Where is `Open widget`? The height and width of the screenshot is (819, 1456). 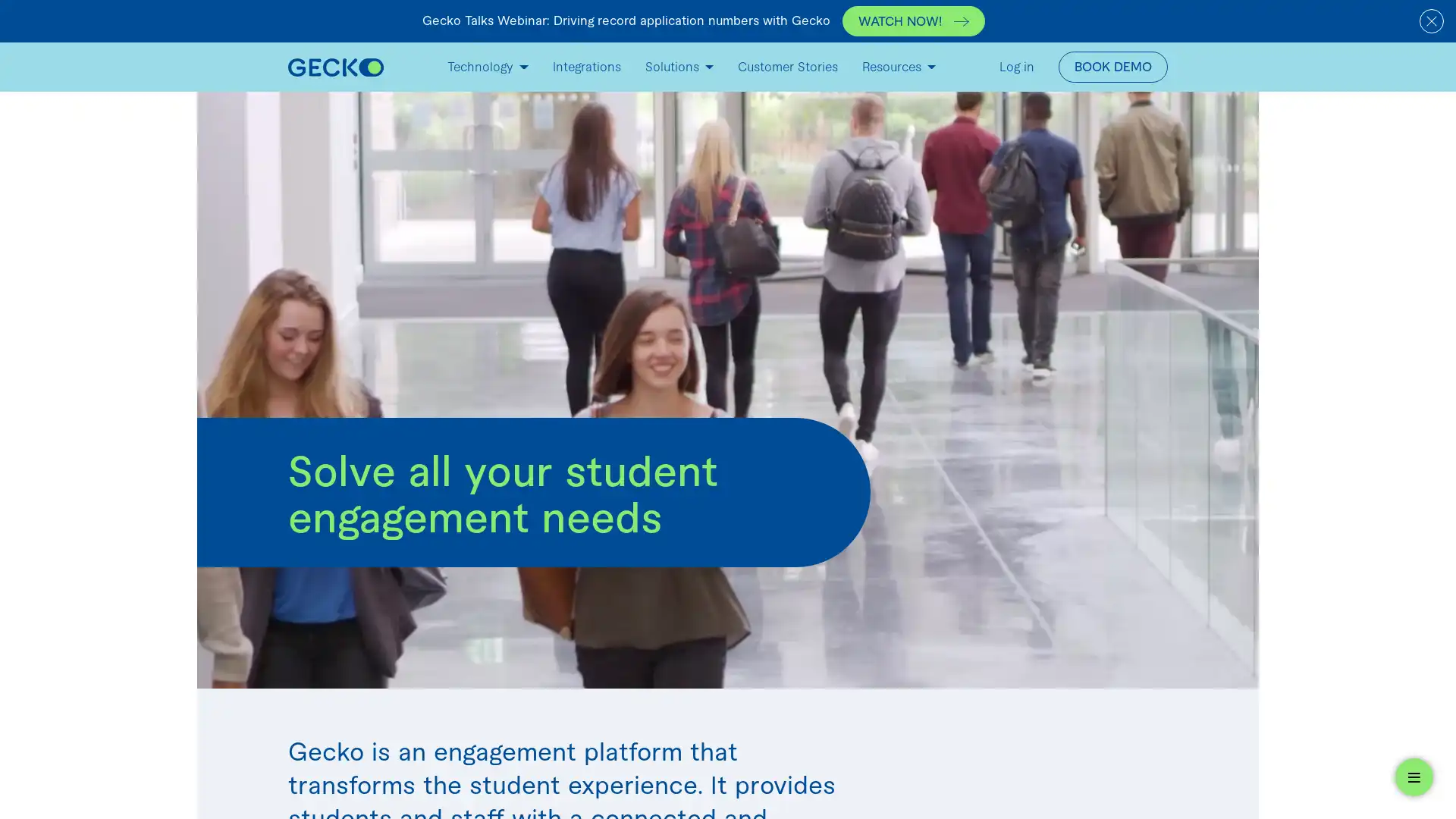 Open widget is located at coordinates (1414, 777).